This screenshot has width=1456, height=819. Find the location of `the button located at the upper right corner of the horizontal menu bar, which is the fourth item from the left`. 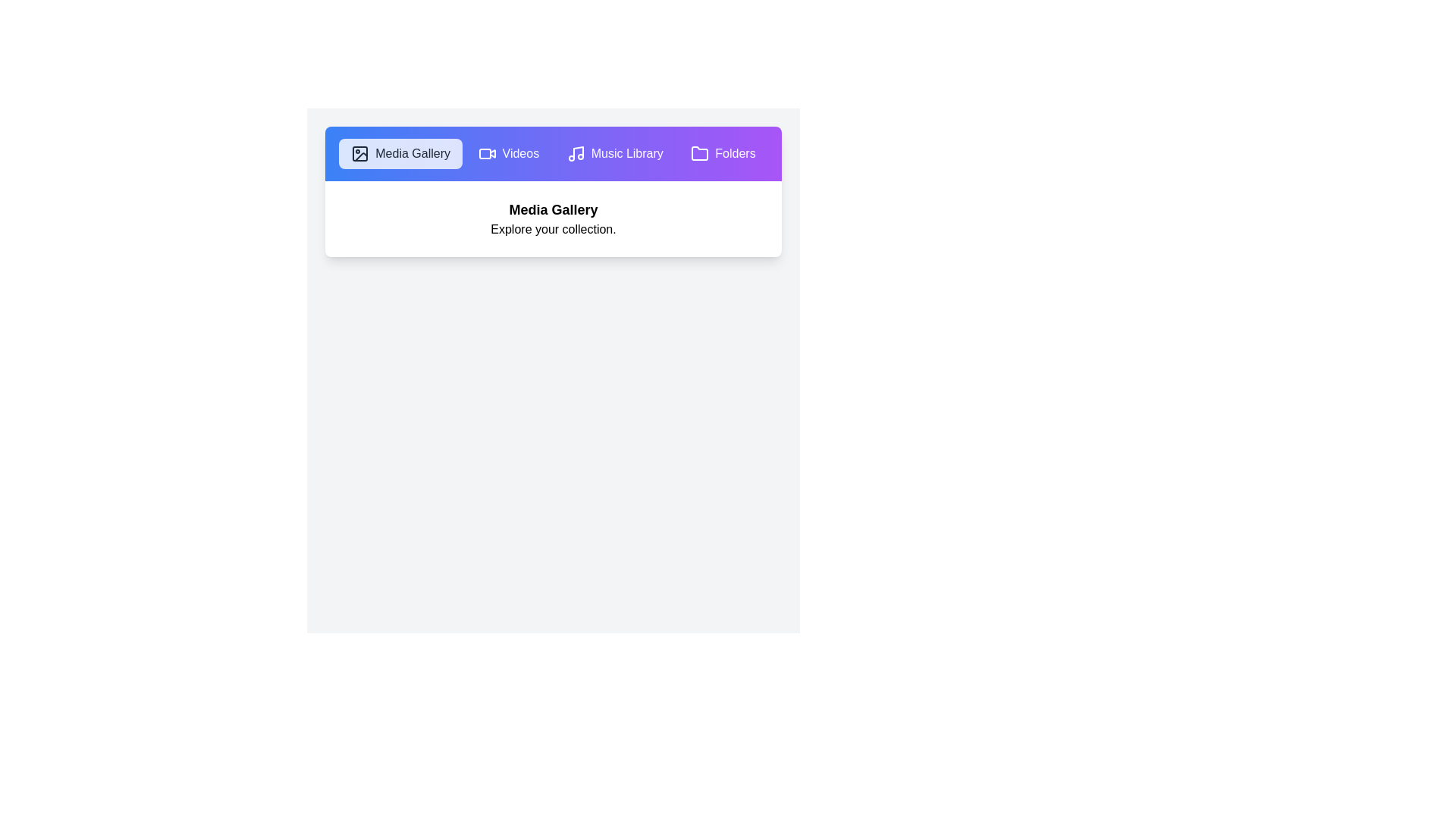

the button located at the upper right corner of the horizontal menu bar, which is the fourth item from the left is located at coordinates (723, 154).